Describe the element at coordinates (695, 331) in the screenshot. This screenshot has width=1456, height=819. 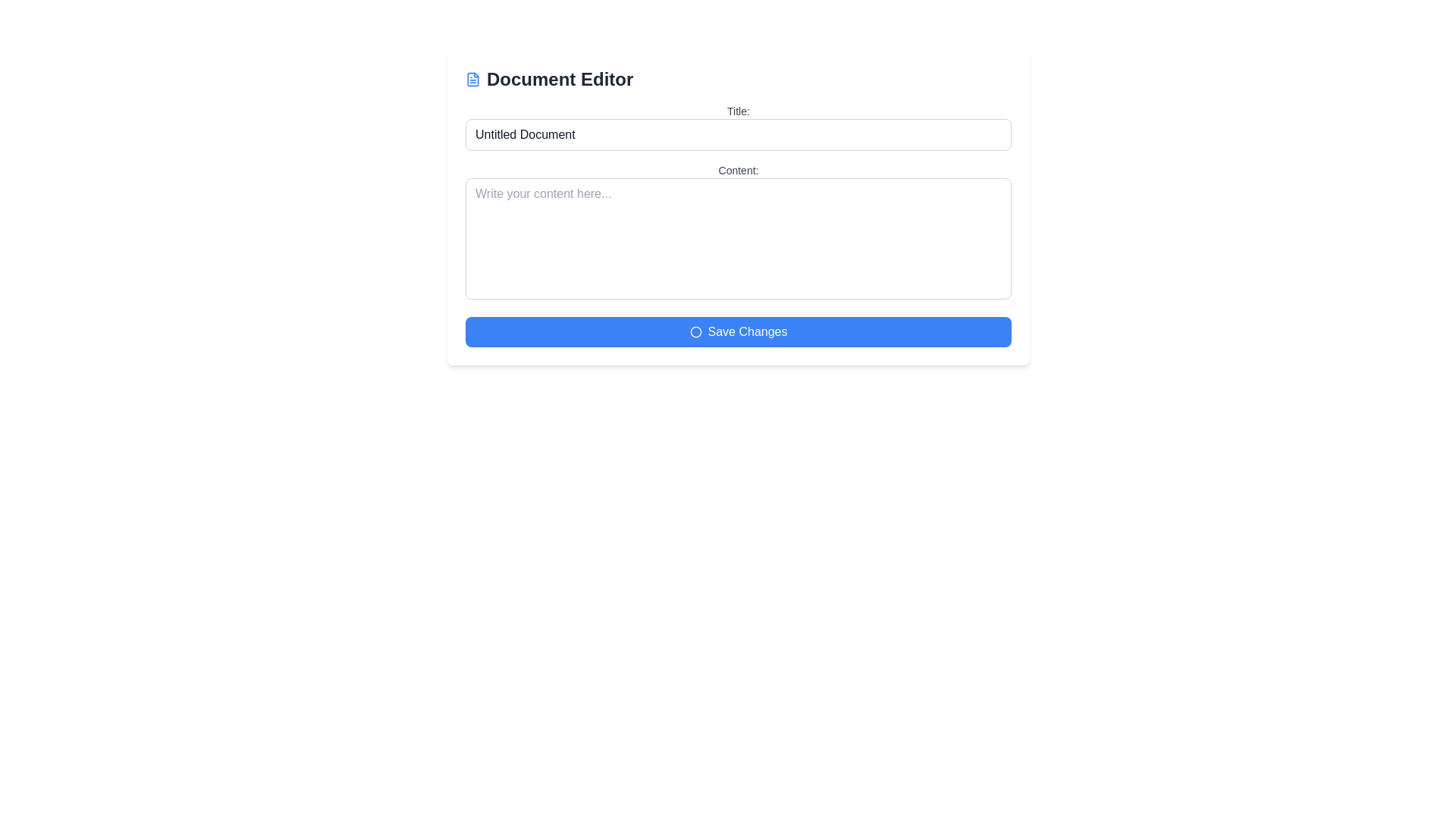
I see `the button labeled 'Save Changes' by clicking on the circular icon with a blue border situated to its left` at that location.